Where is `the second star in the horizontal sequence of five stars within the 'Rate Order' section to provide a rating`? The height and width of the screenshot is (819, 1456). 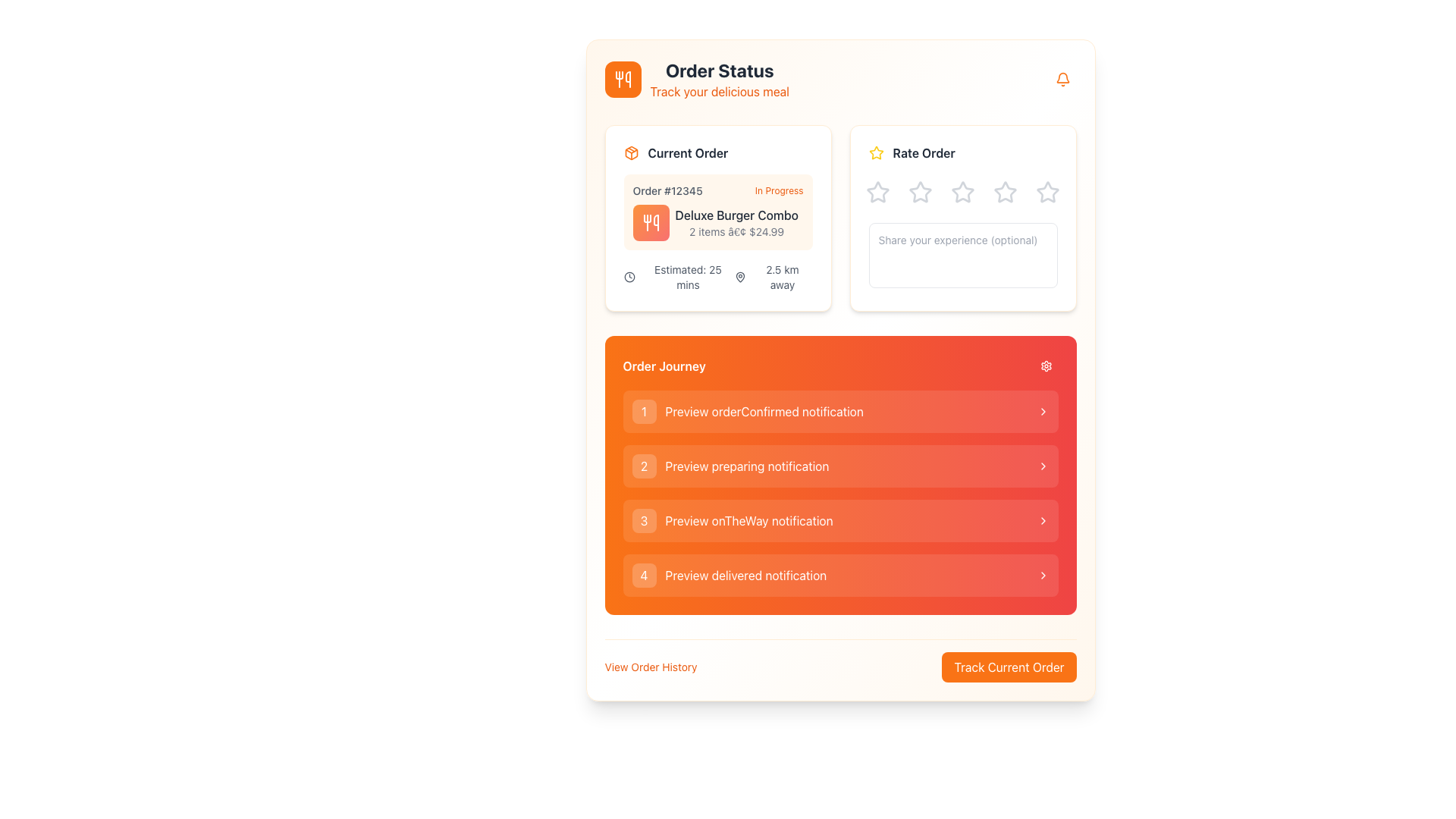 the second star in the horizontal sequence of five stars within the 'Rate Order' section to provide a rating is located at coordinates (920, 192).